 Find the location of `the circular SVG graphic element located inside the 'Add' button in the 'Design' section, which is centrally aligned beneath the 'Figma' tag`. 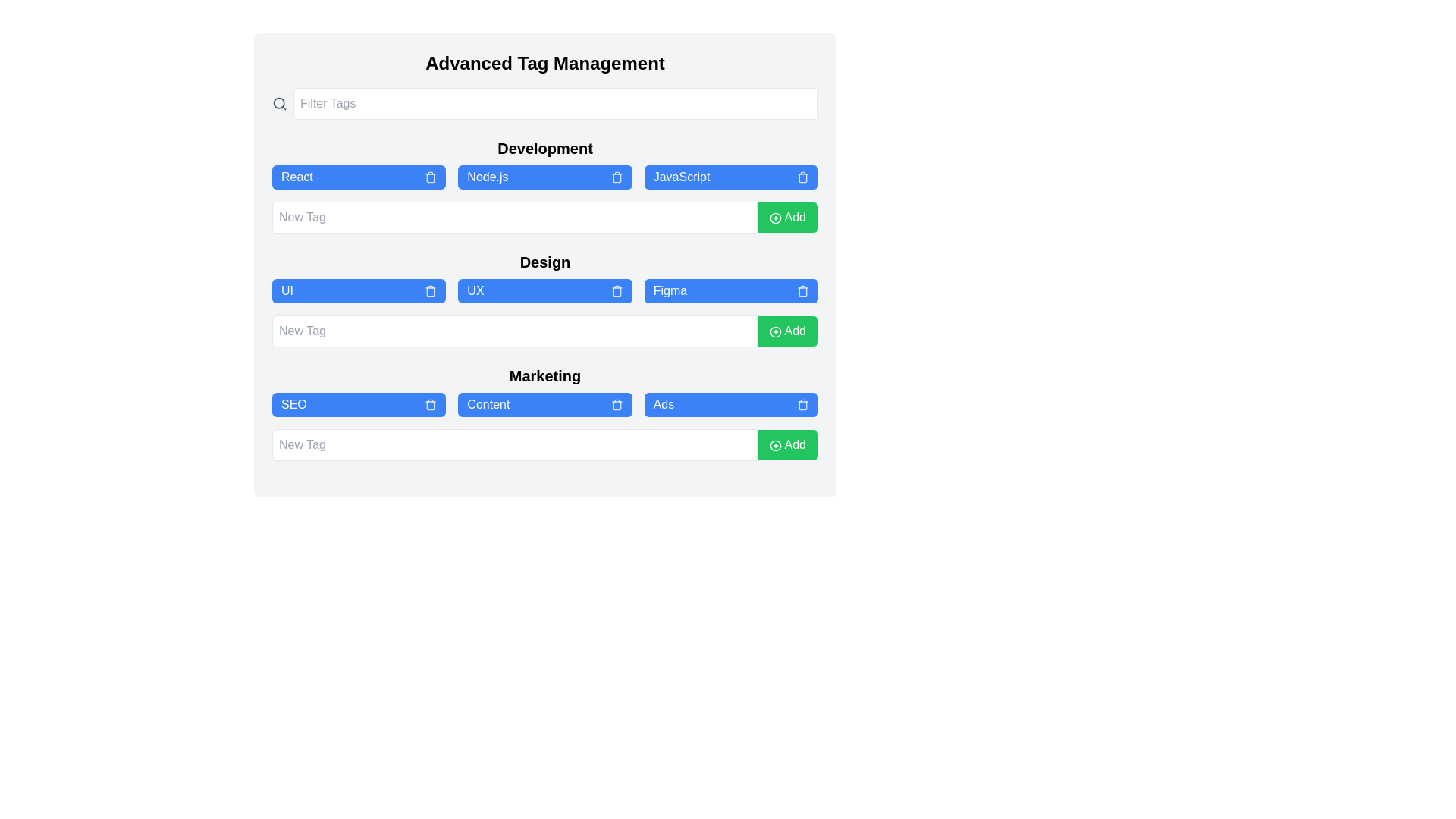

the circular SVG graphic element located inside the 'Add' button in the 'Design' section, which is centrally aligned beneath the 'Figma' tag is located at coordinates (775, 331).